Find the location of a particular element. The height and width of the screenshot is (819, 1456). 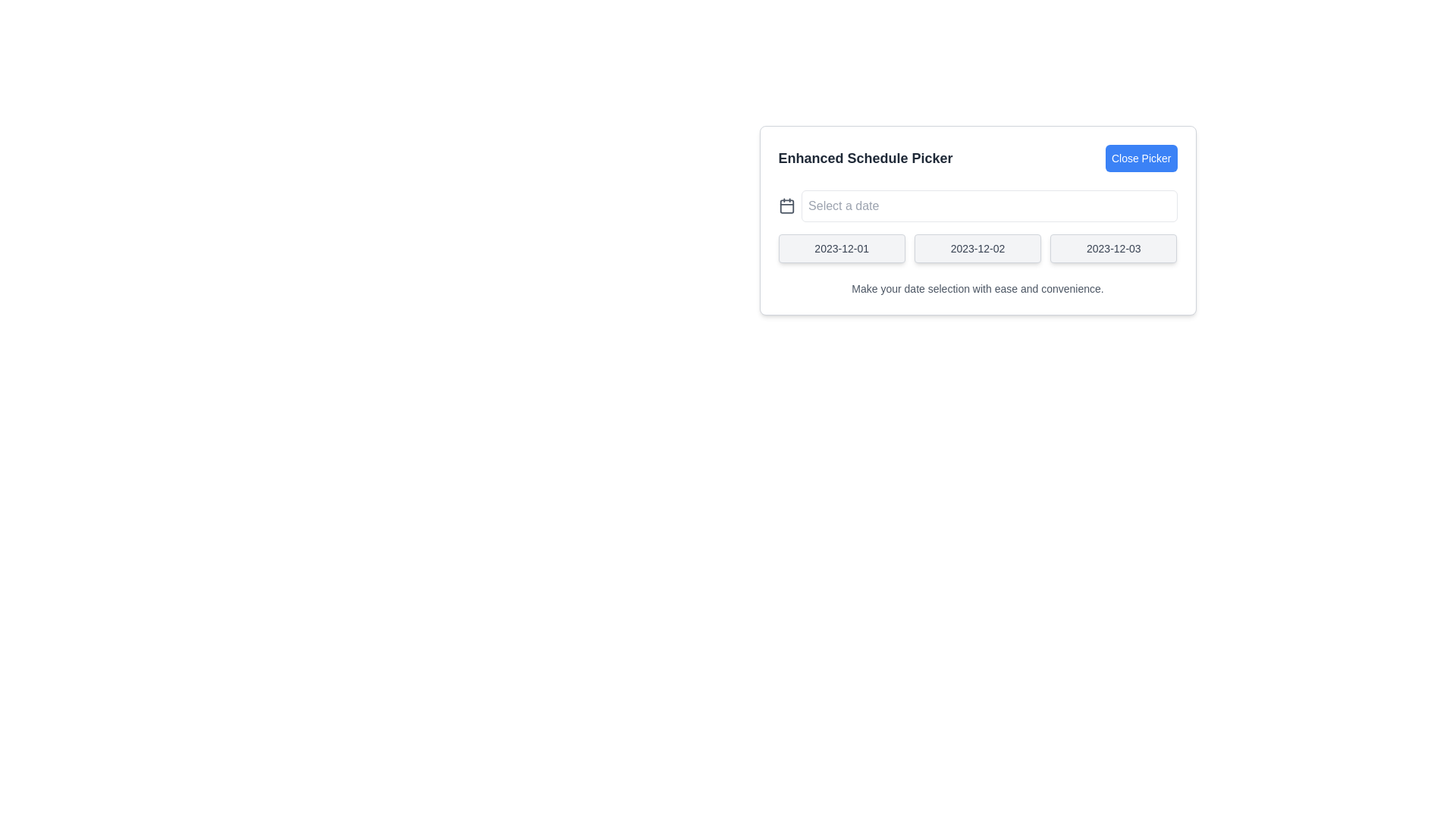

the calendar icon located to the immediate left of the 'Select a date' input field in the 'Enhanced Schedule Picker' modal is located at coordinates (786, 206).